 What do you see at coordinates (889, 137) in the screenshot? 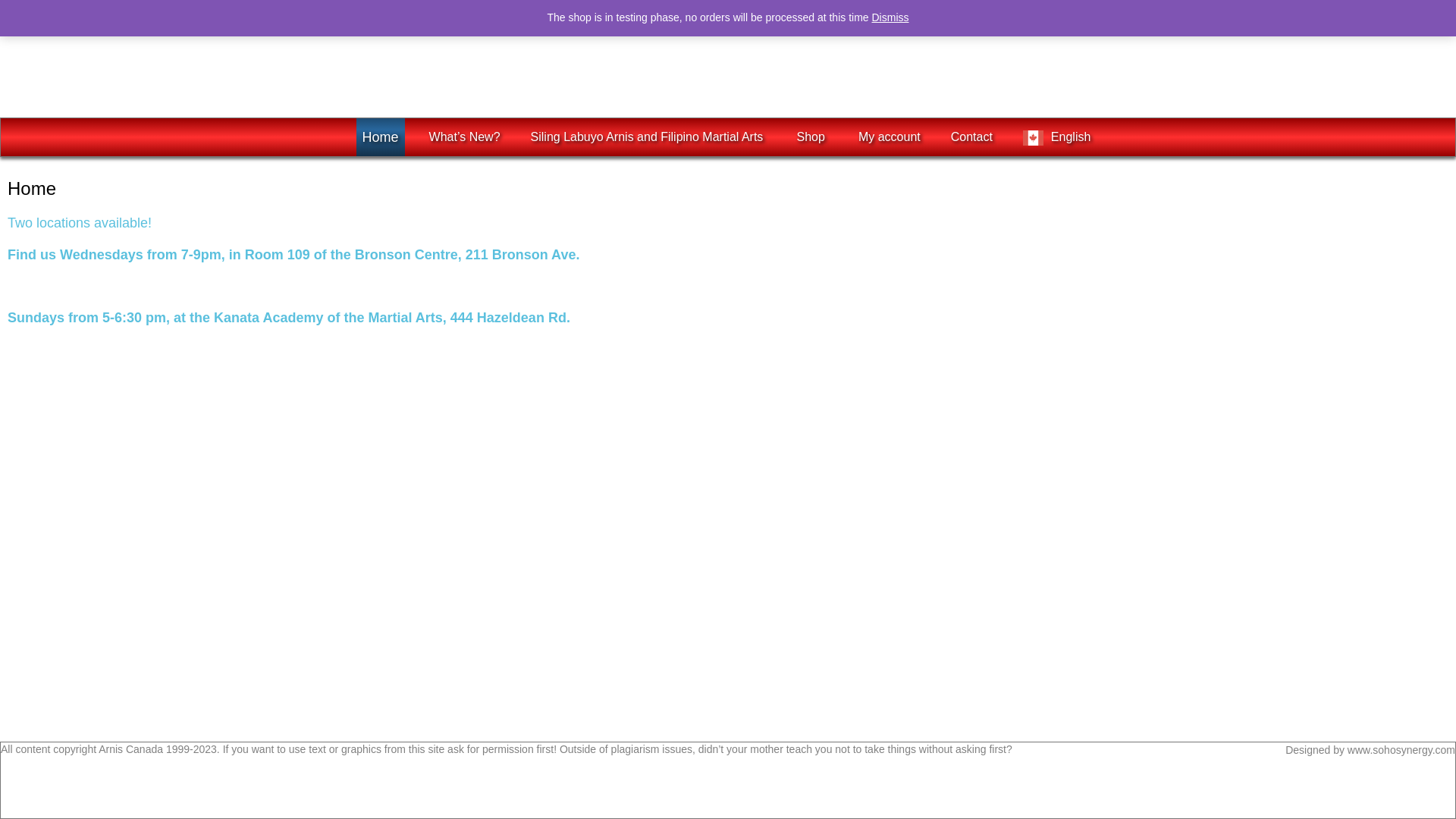
I see `'My account'` at bounding box center [889, 137].